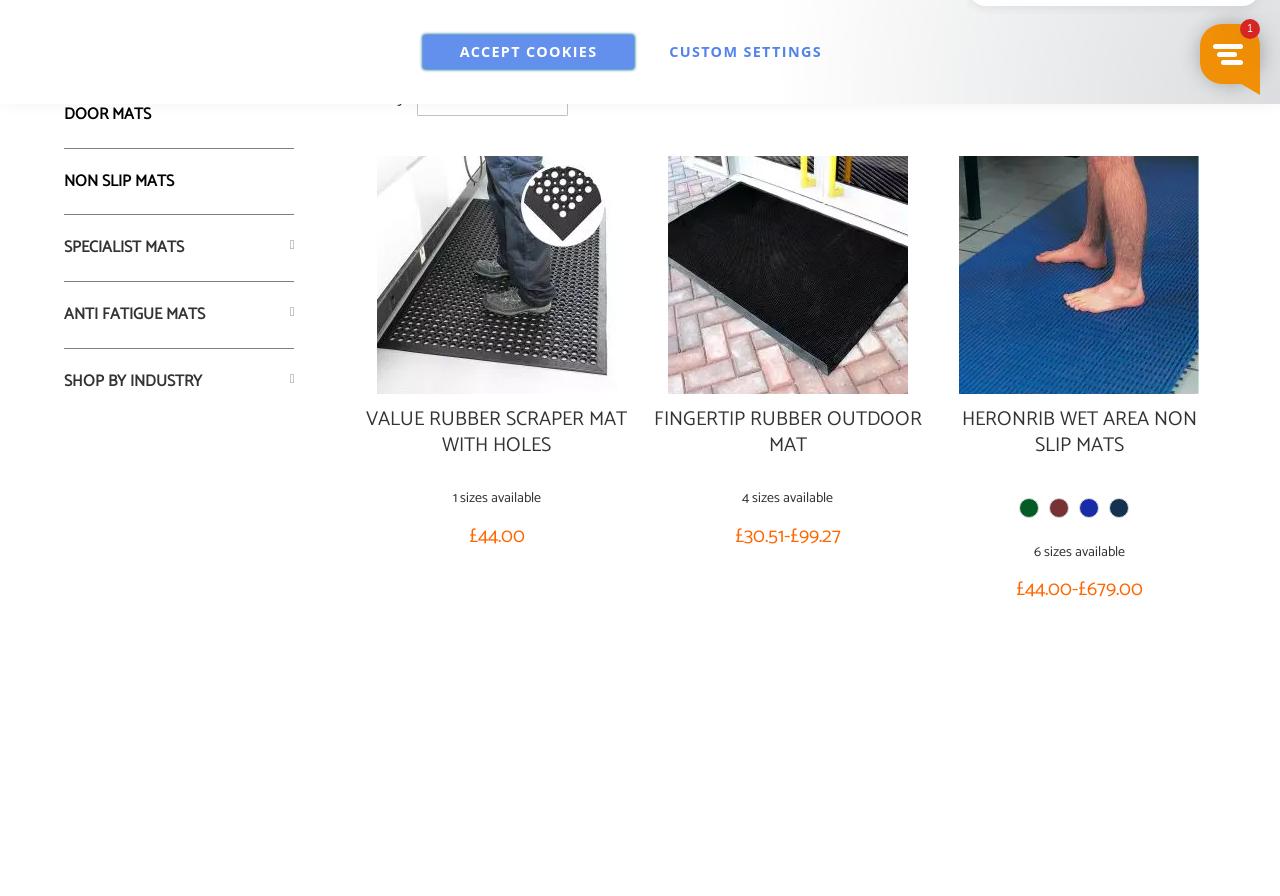  What do you see at coordinates (528, 50) in the screenshot?
I see `'Accept Cookies'` at bounding box center [528, 50].